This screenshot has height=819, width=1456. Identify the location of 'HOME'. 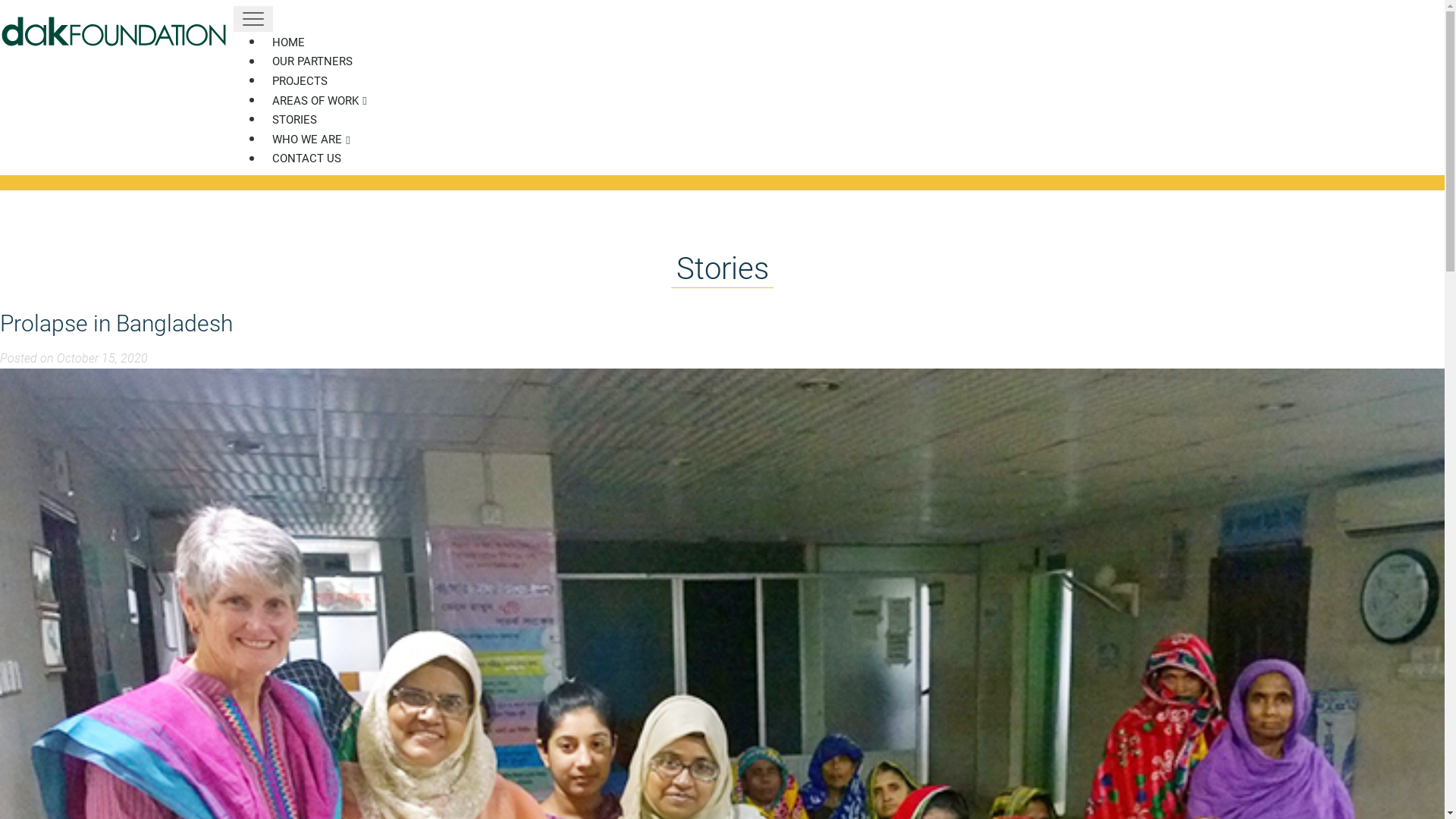
(288, 42).